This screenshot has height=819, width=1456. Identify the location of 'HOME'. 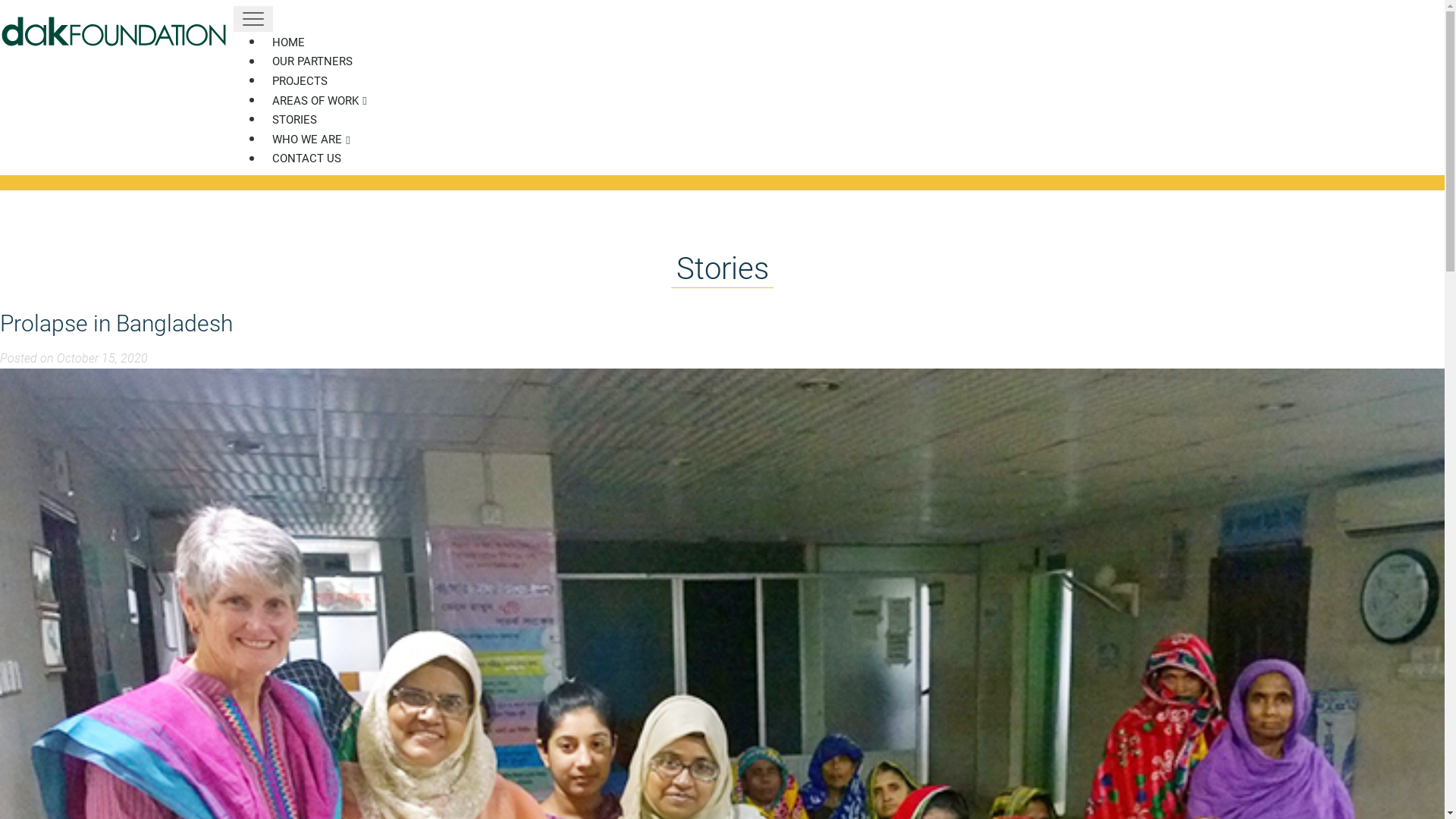
(288, 42).